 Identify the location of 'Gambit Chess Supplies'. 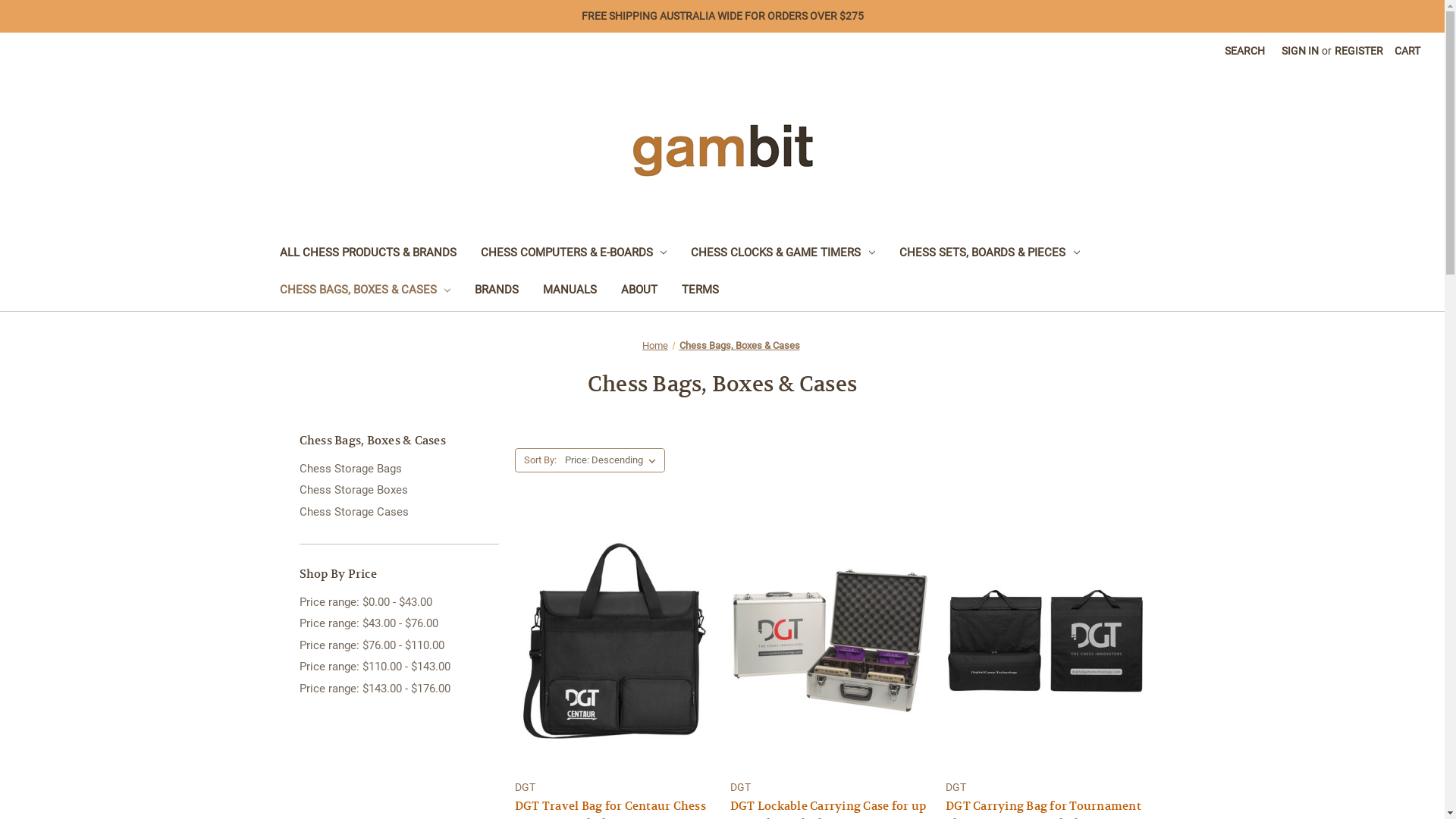
(722, 149).